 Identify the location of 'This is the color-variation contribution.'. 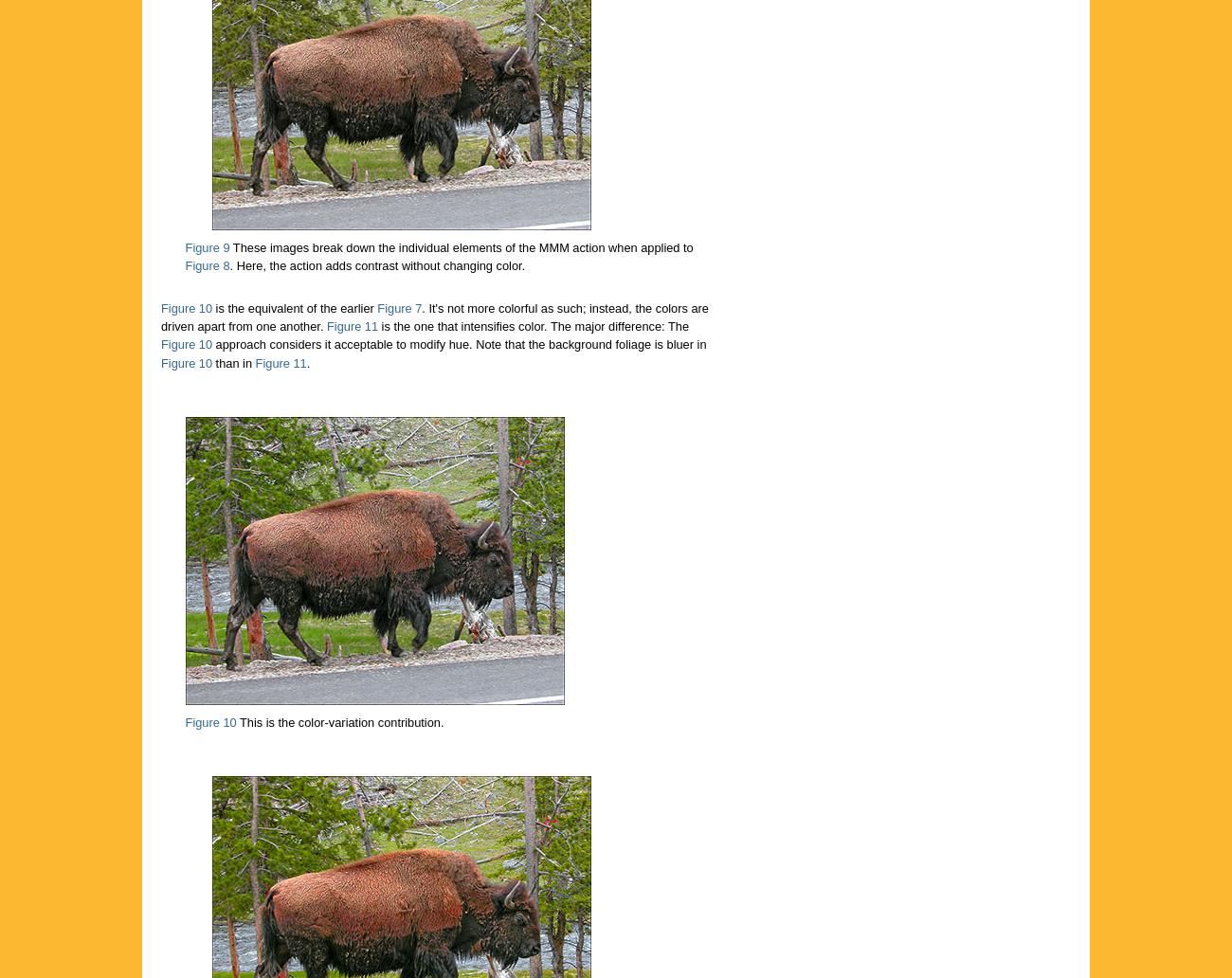
(338, 721).